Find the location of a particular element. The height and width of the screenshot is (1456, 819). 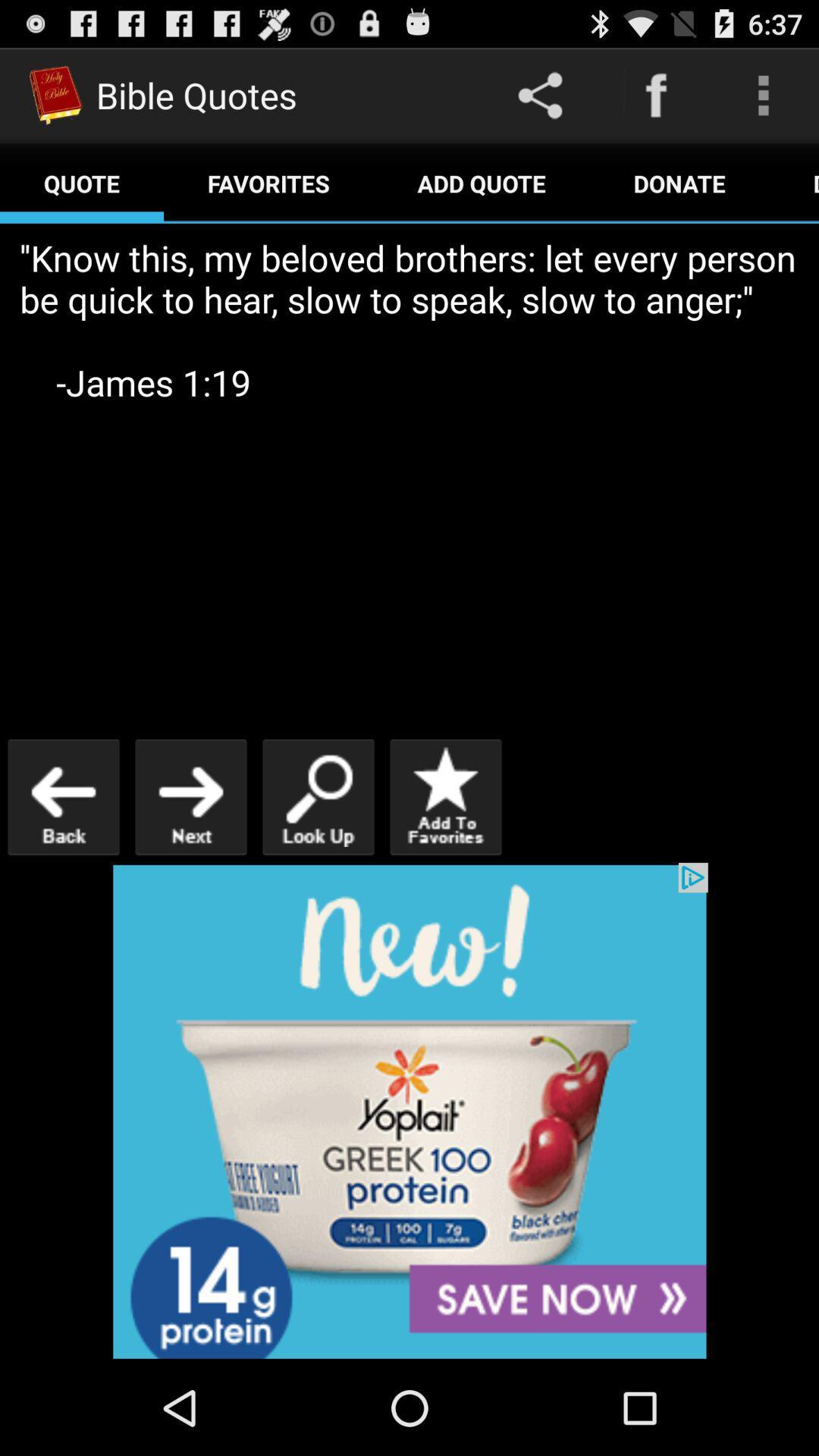

search for a quote is located at coordinates (318, 796).